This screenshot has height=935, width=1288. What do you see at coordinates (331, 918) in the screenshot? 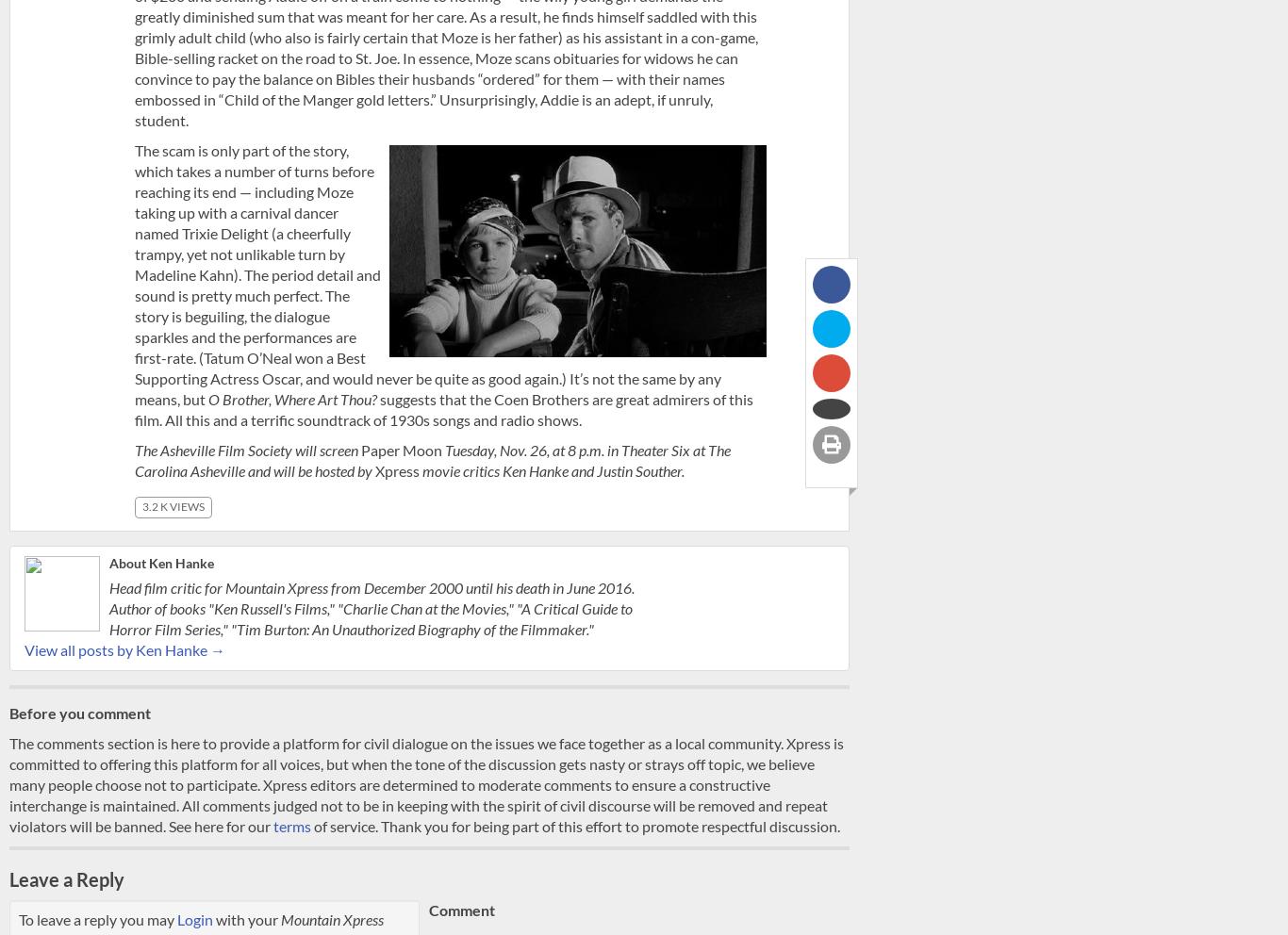
I see `'Mountain Xpress'` at bounding box center [331, 918].